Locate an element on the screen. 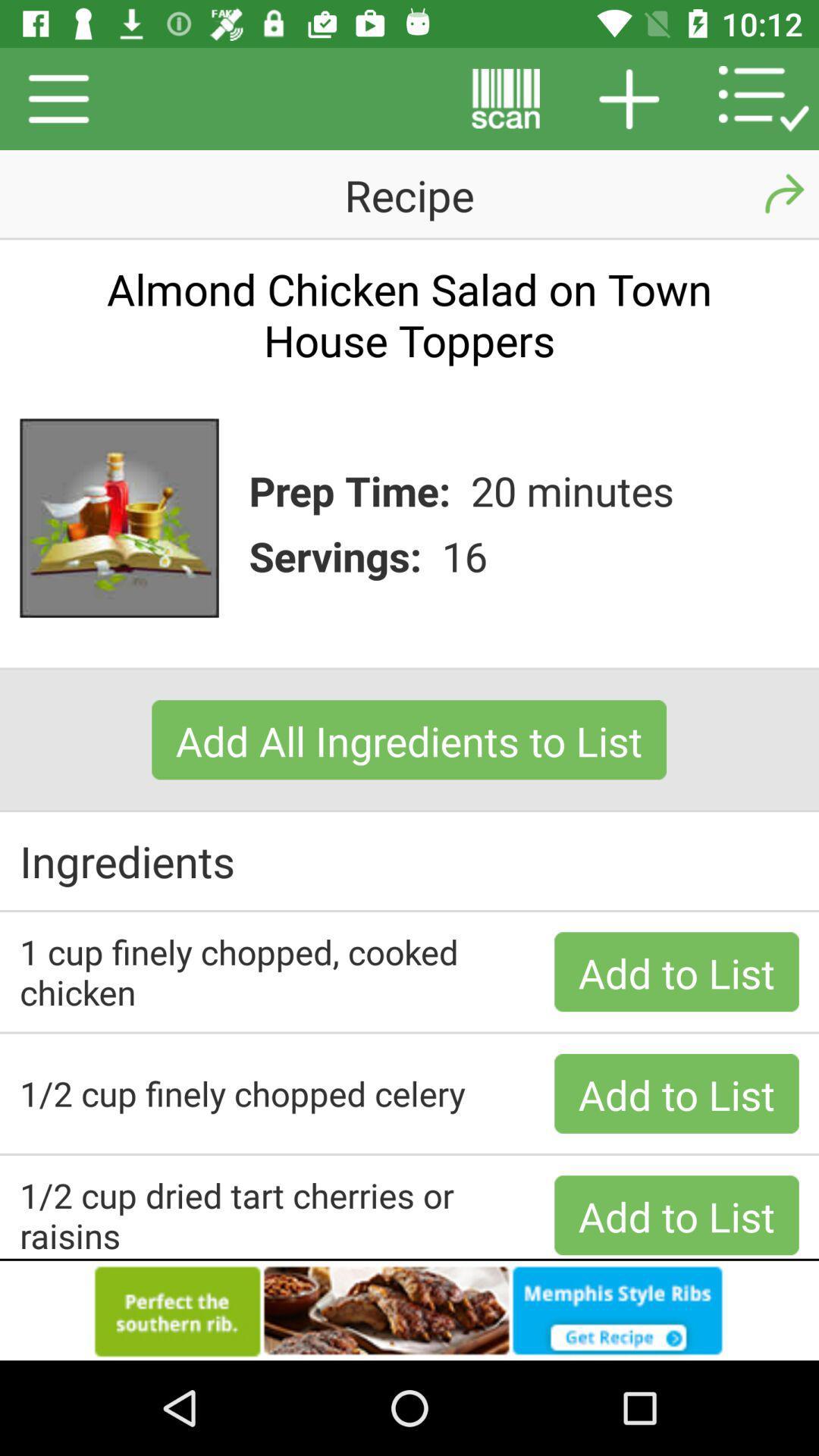 This screenshot has height=1456, width=819. the add icon is located at coordinates (629, 98).